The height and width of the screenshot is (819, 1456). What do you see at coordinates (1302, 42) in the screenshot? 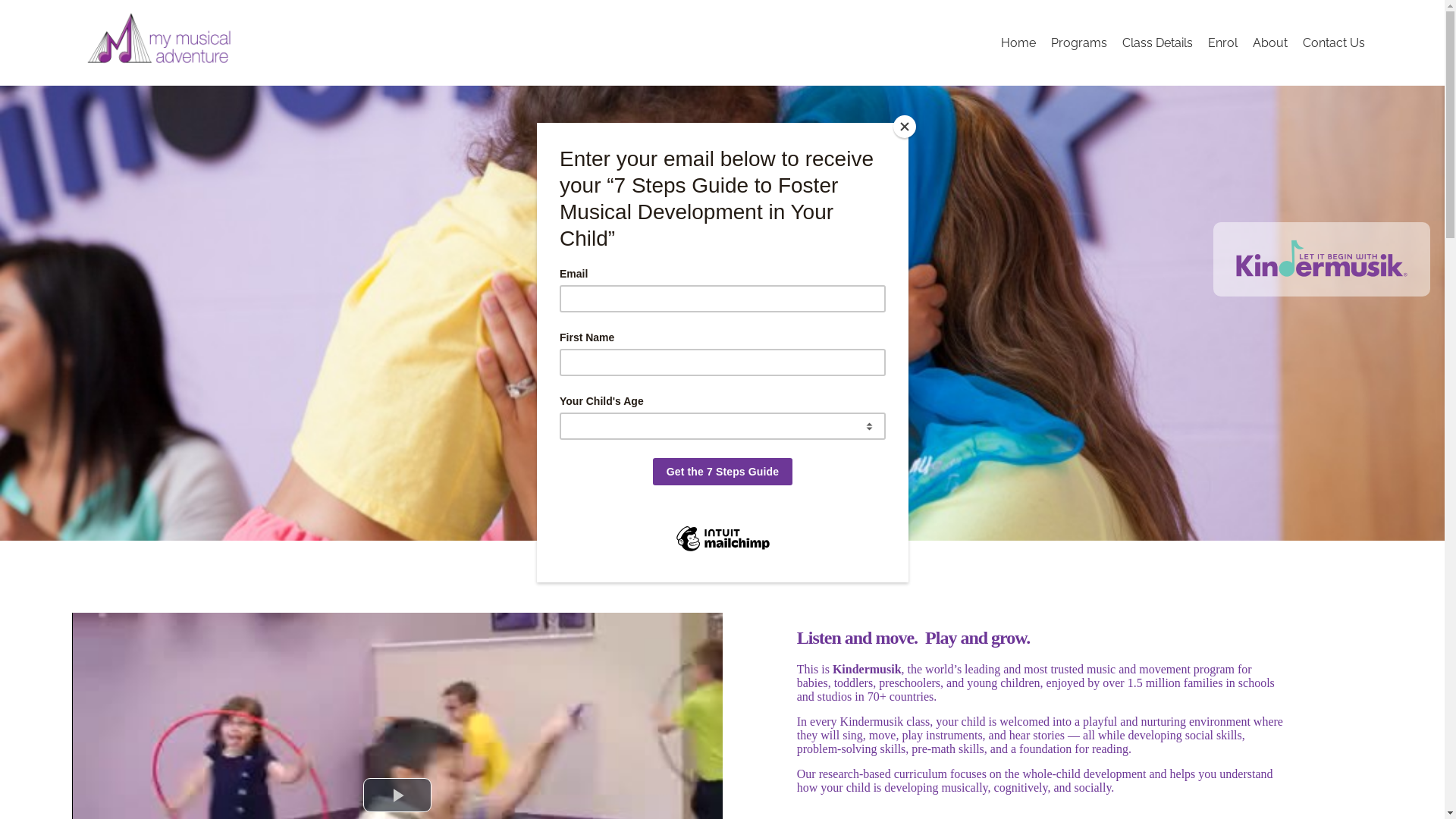
I see `'Contact Us'` at bounding box center [1302, 42].